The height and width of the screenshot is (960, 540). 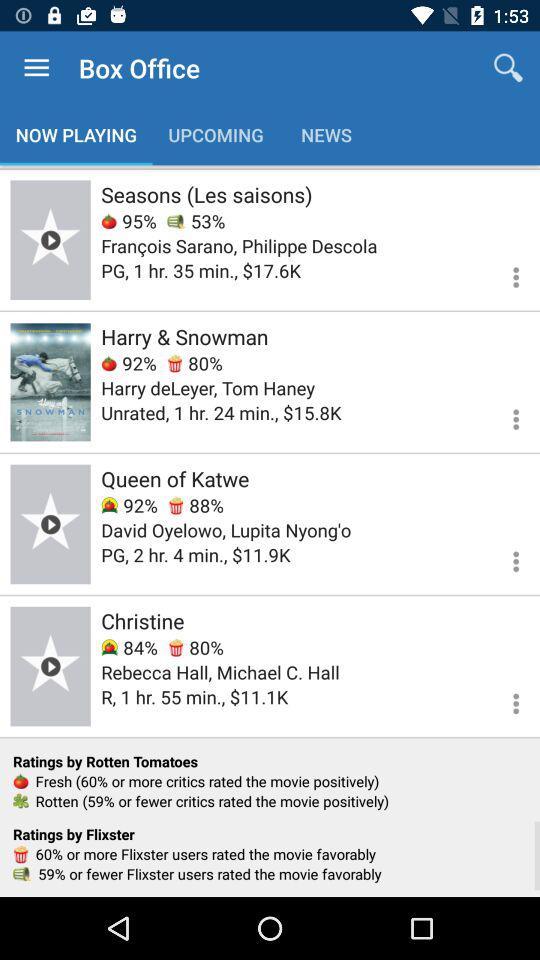 I want to click on this, so click(x=50, y=666).